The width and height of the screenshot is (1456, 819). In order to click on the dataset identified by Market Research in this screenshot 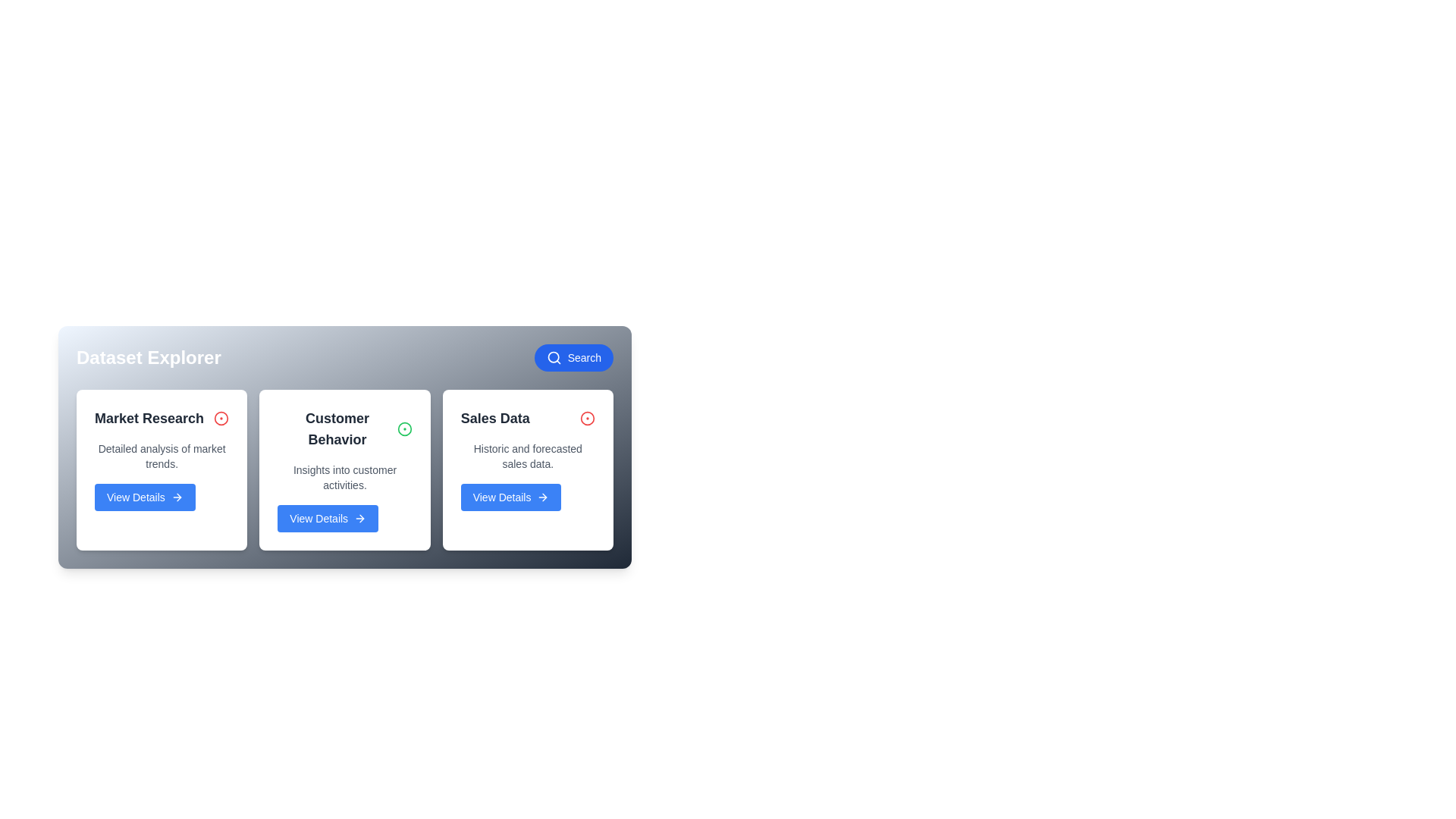, I will do `click(221, 418)`.